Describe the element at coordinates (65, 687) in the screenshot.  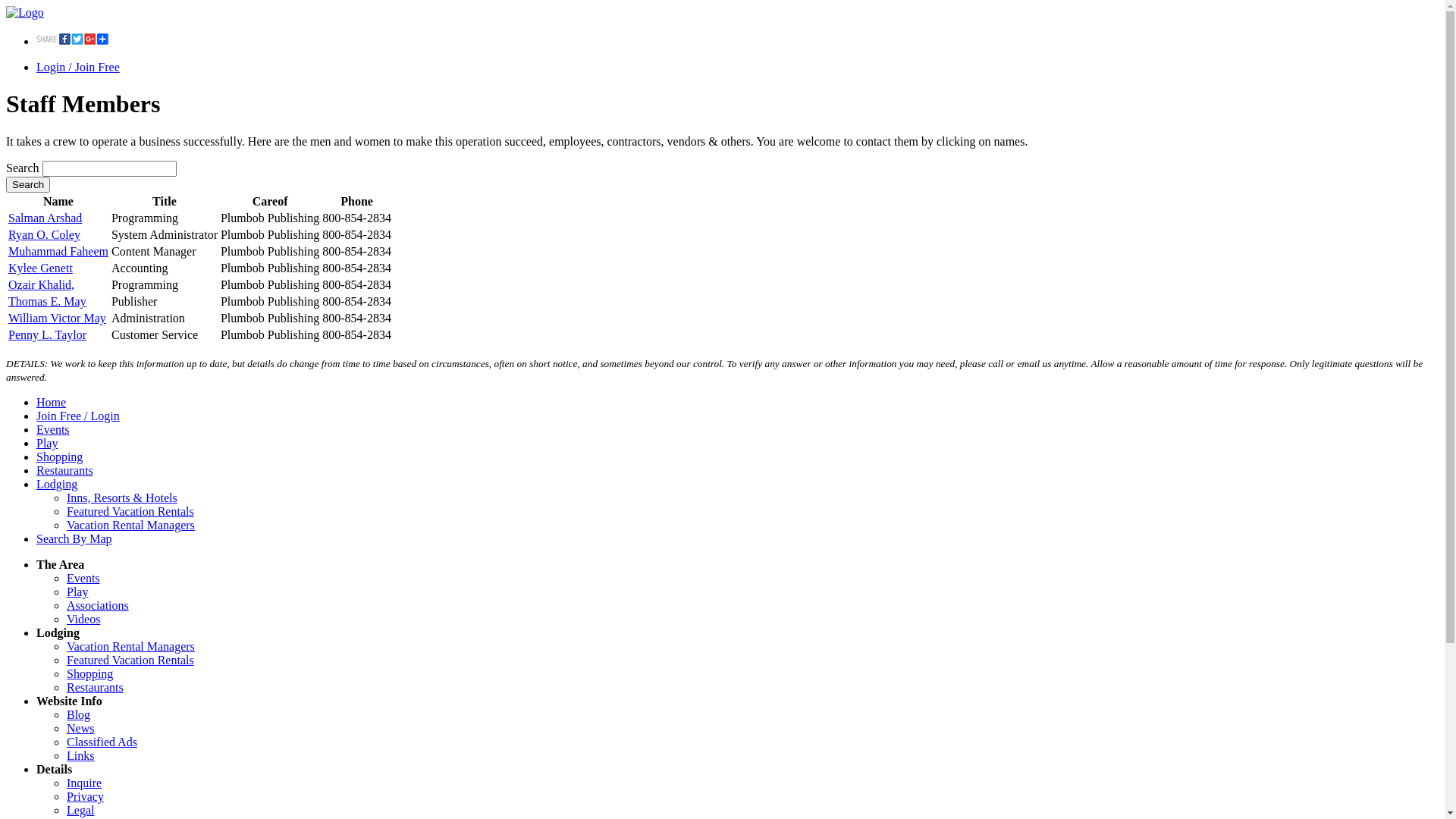
I see `'Restaurants'` at that location.